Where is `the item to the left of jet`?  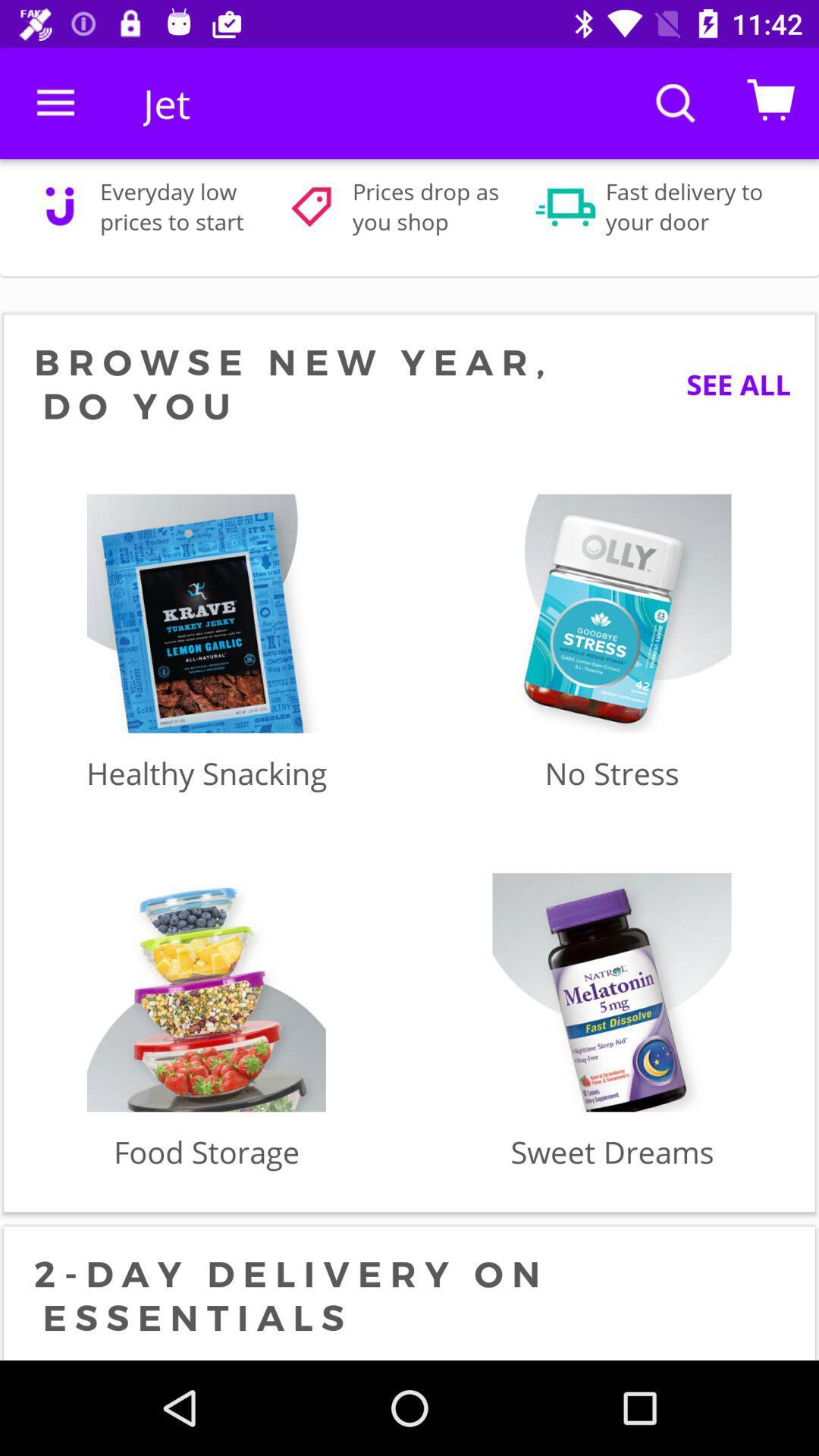 the item to the left of jet is located at coordinates (55, 102).